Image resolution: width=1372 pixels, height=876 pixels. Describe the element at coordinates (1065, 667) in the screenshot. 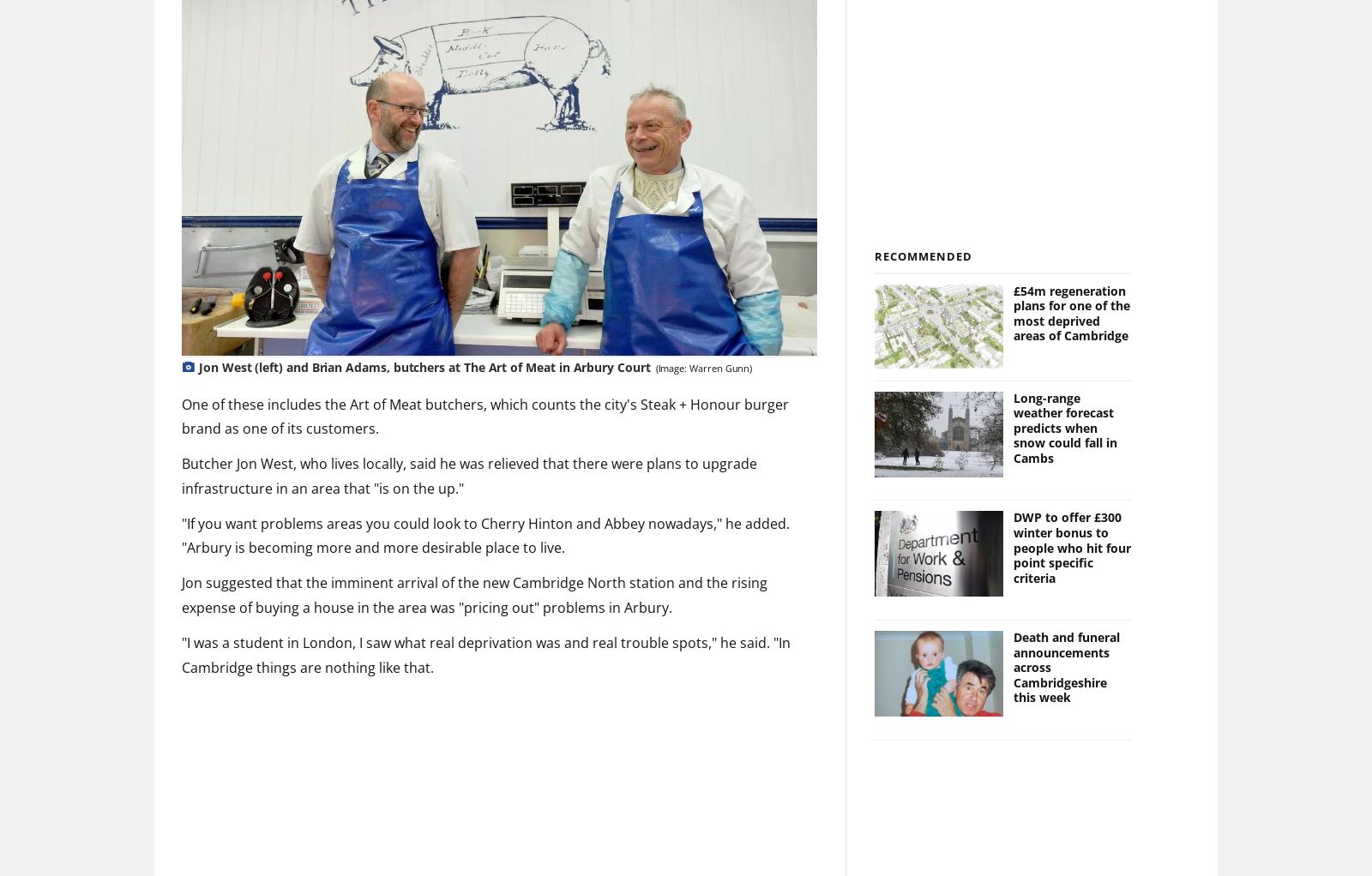

I see `'Death and funeral announcements across Cambridgeshire this week'` at that location.